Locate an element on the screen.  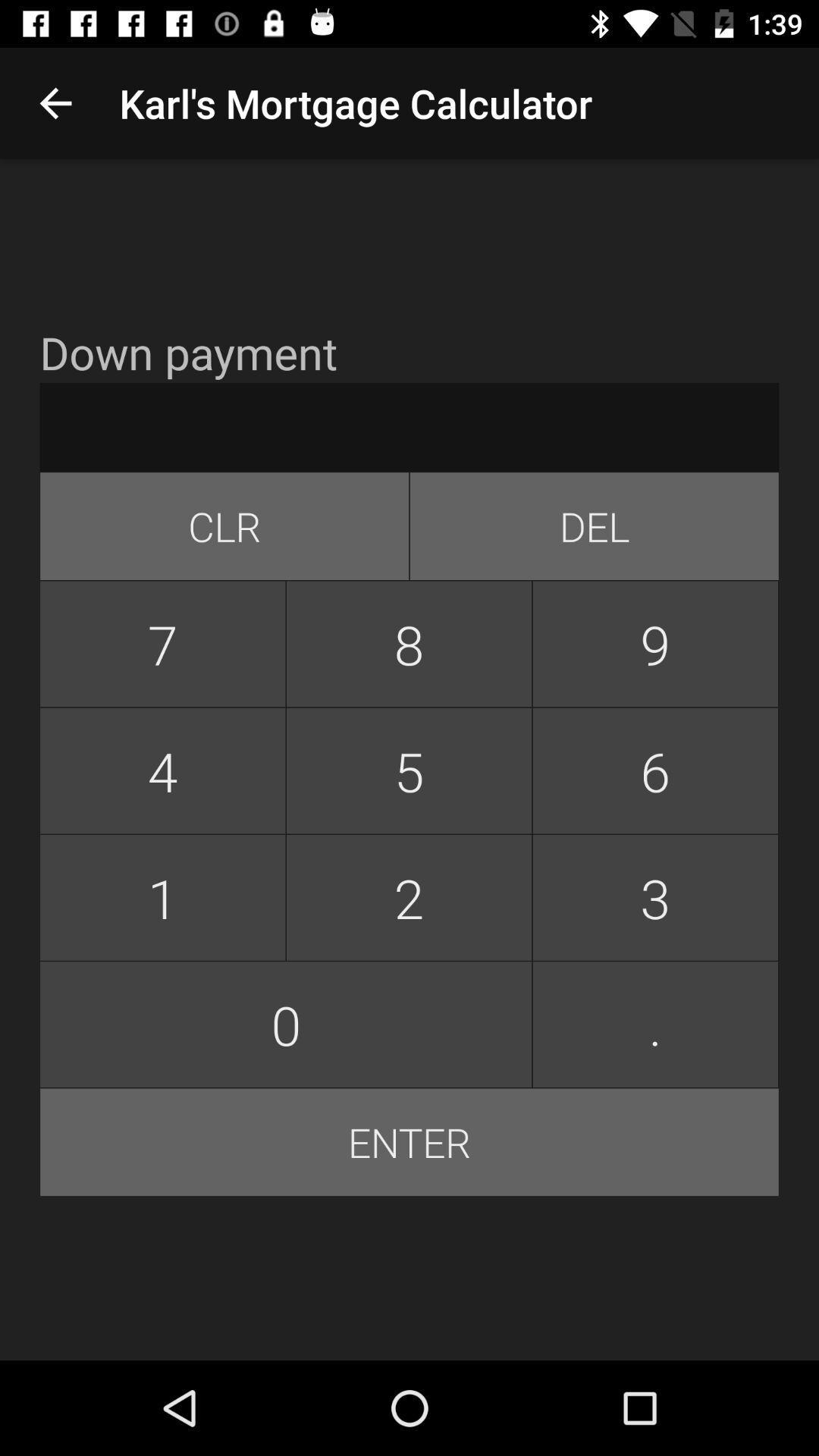
item next to the 3 item is located at coordinates (286, 1025).